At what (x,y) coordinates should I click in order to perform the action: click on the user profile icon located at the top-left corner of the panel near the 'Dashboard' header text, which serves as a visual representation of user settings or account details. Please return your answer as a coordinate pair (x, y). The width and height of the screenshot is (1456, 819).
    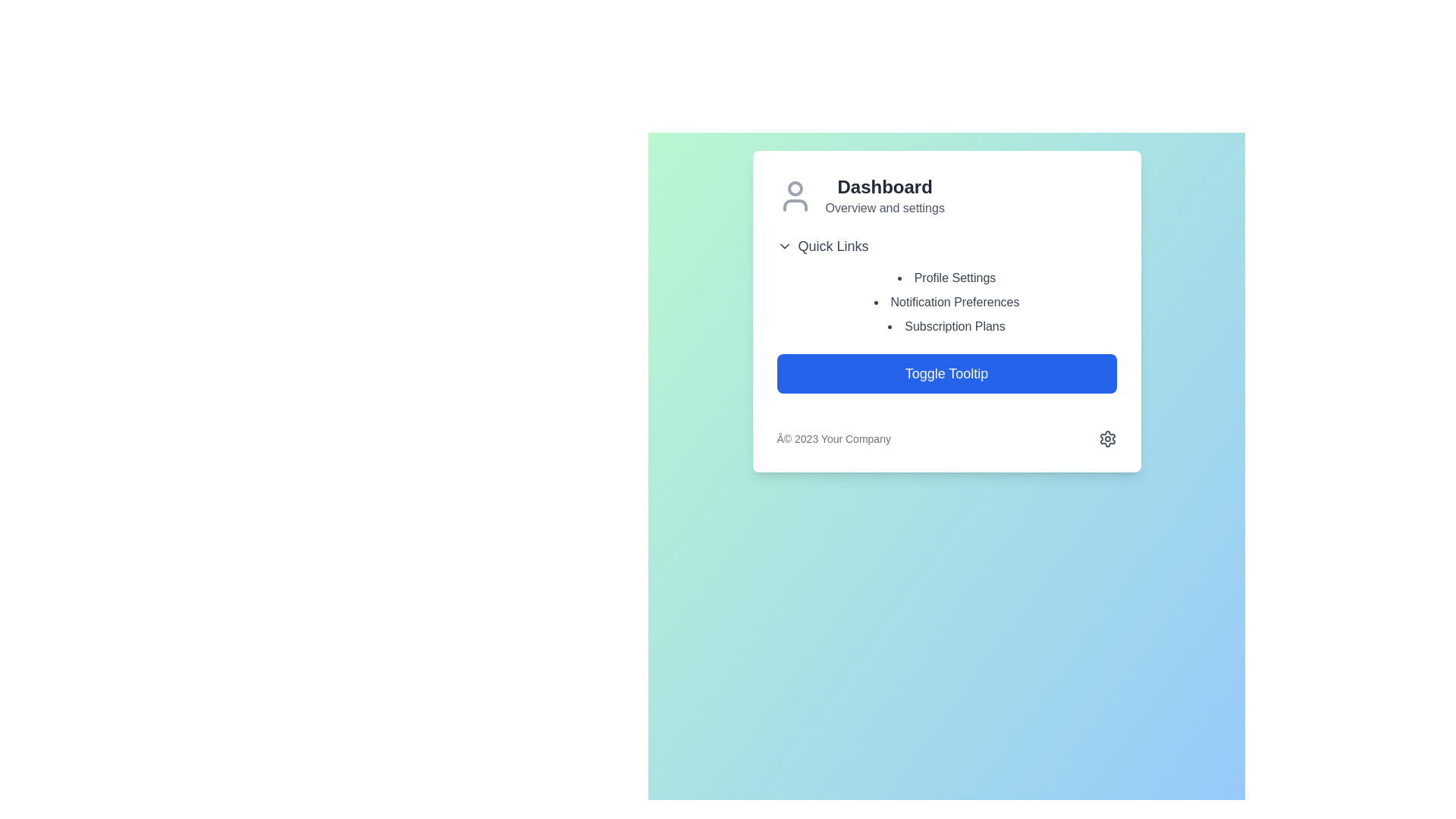
    Looking at the image, I should click on (794, 195).